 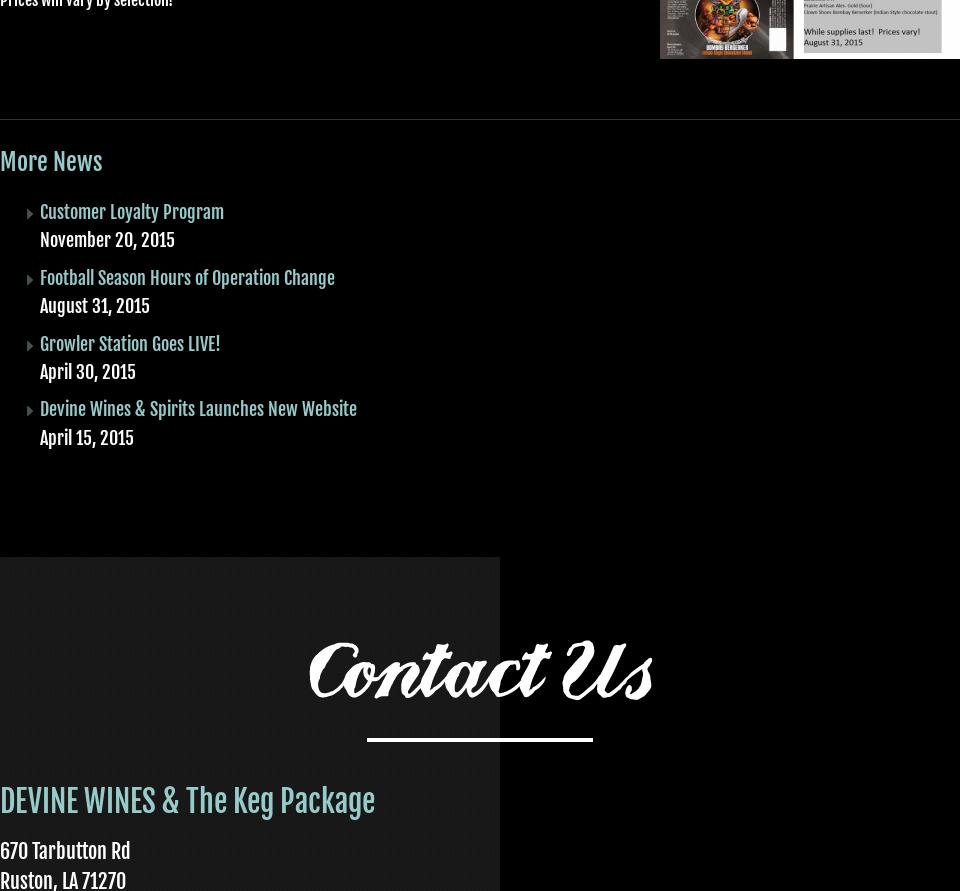 I want to click on 'November 20, 2015', so click(x=107, y=240).